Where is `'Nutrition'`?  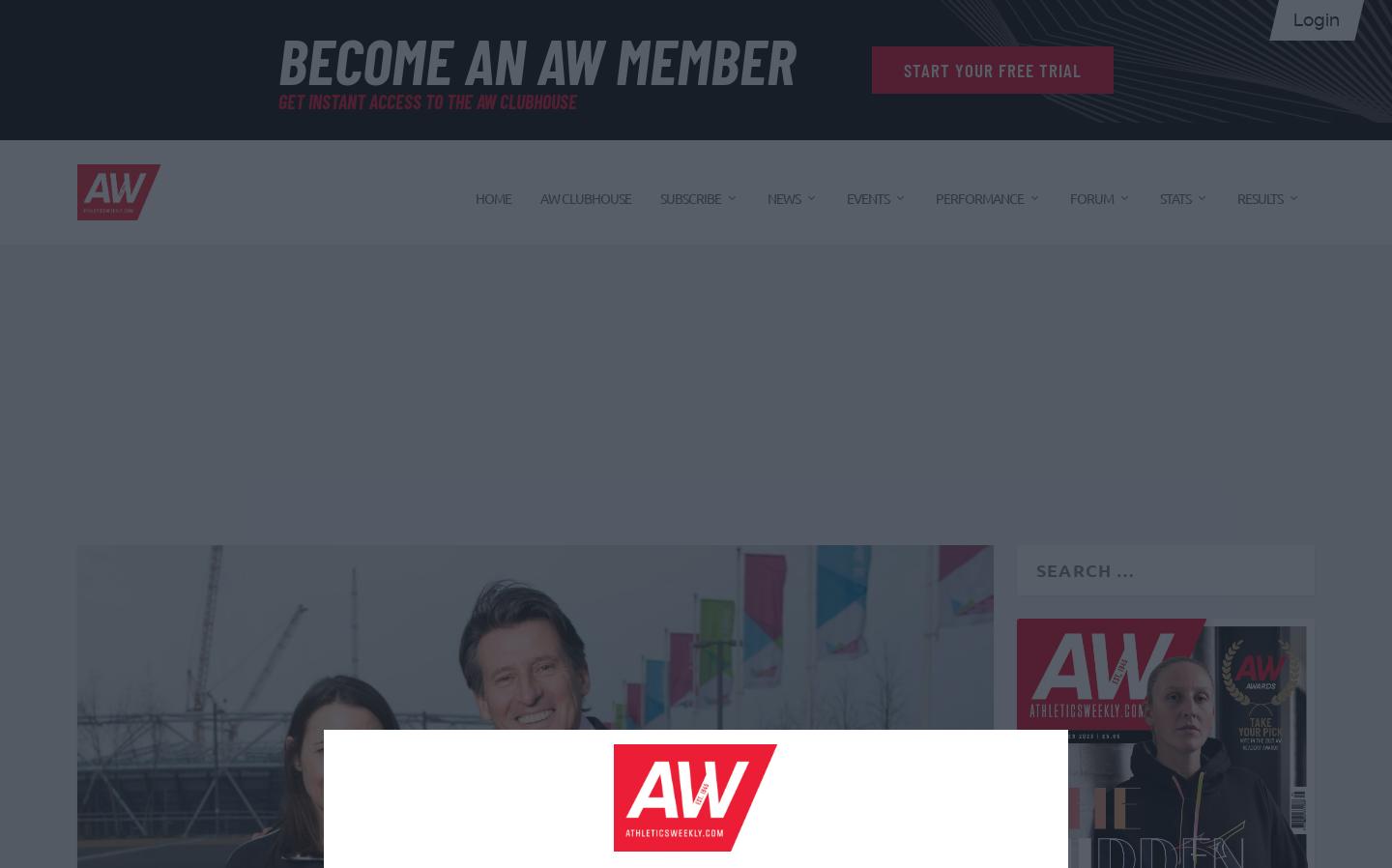 'Nutrition' is located at coordinates (975, 468).